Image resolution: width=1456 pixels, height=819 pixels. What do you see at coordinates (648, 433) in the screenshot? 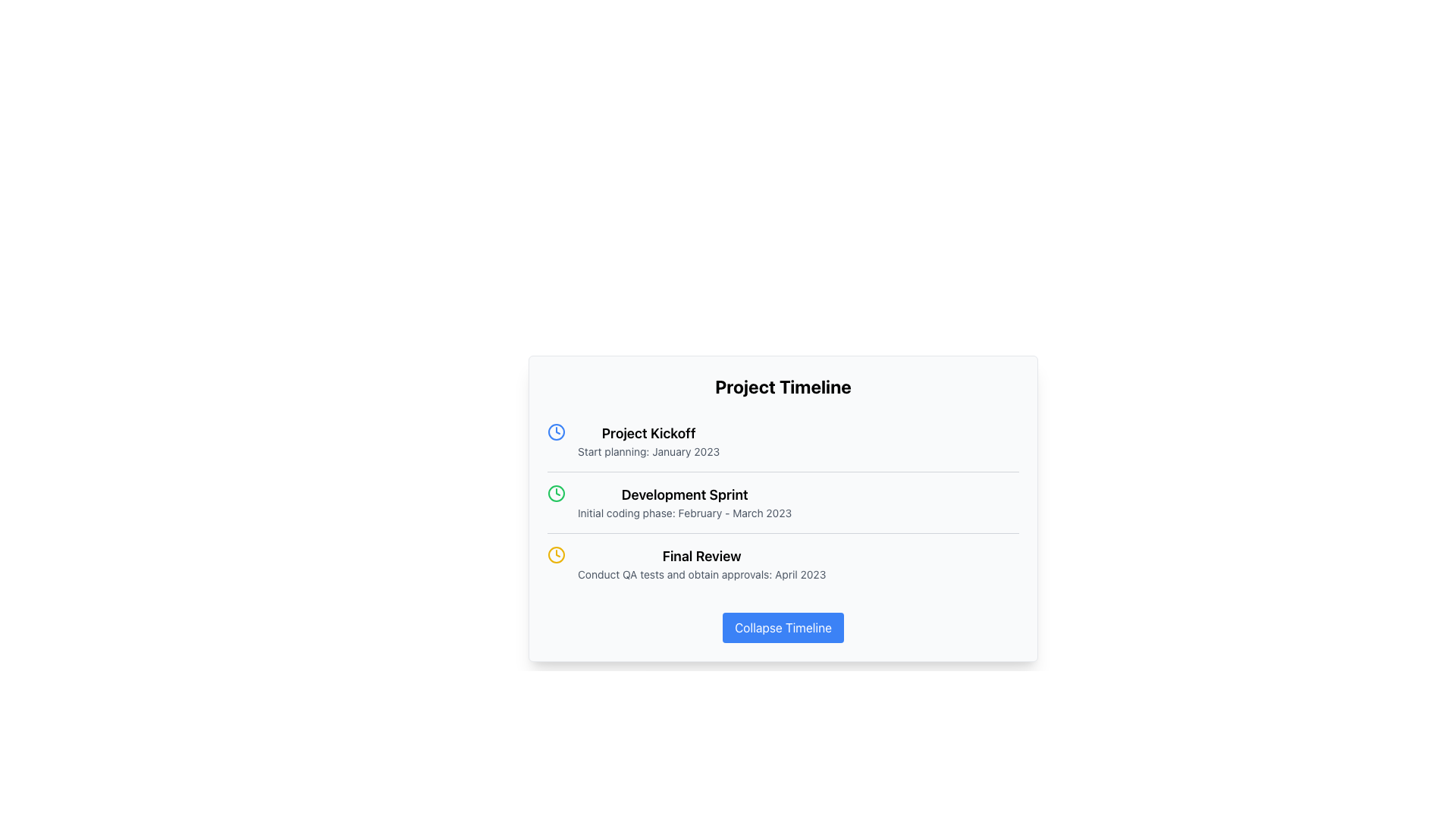
I see `the static text element that serves as a title or label for the timeline event, positioned beneath the timeline title and to the left of the descriptive text 'Start planning: January 2023'` at bounding box center [648, 433].